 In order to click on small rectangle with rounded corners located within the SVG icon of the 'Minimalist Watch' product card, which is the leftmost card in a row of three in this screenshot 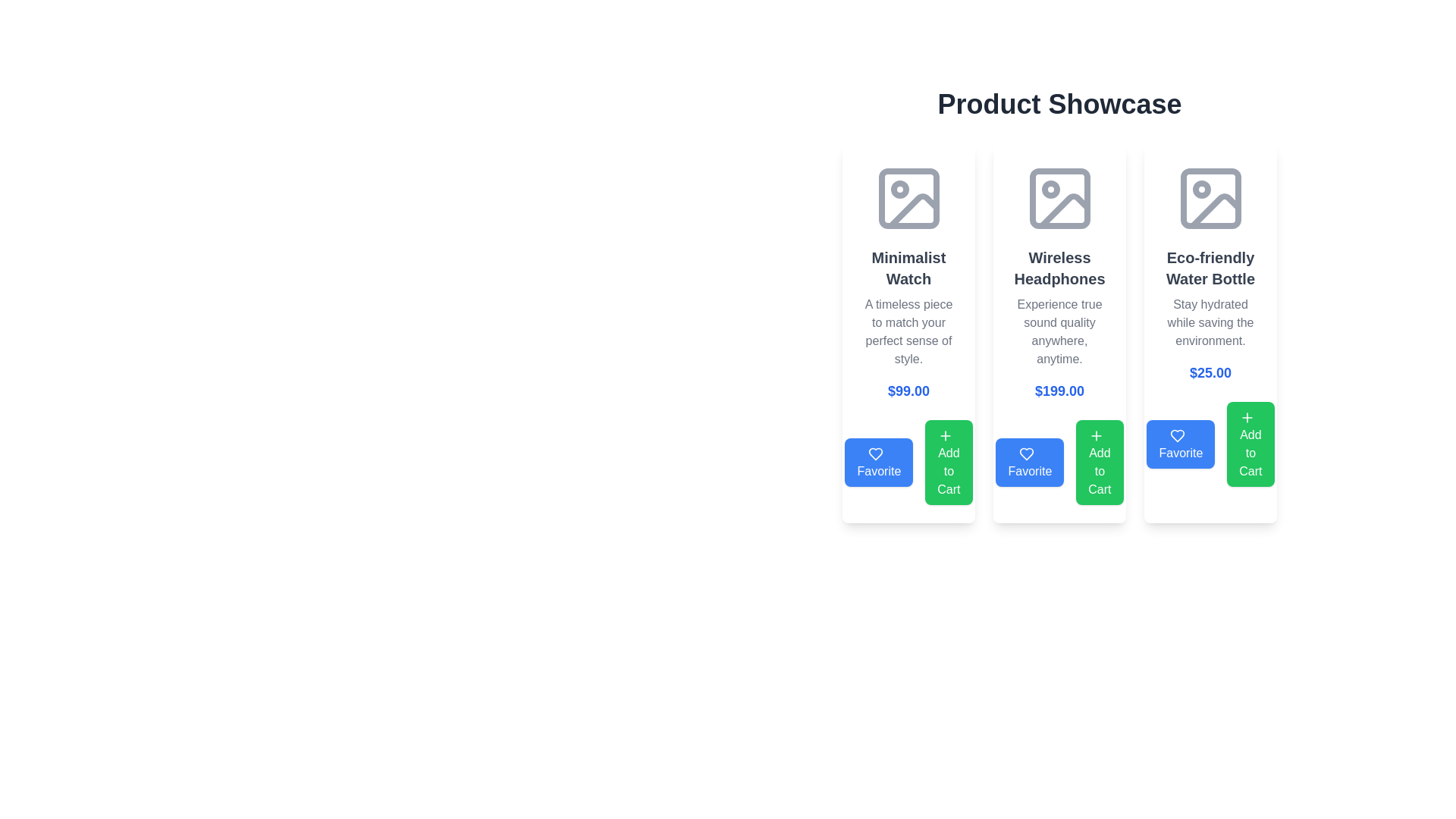, I will do `click(908, 198)`.